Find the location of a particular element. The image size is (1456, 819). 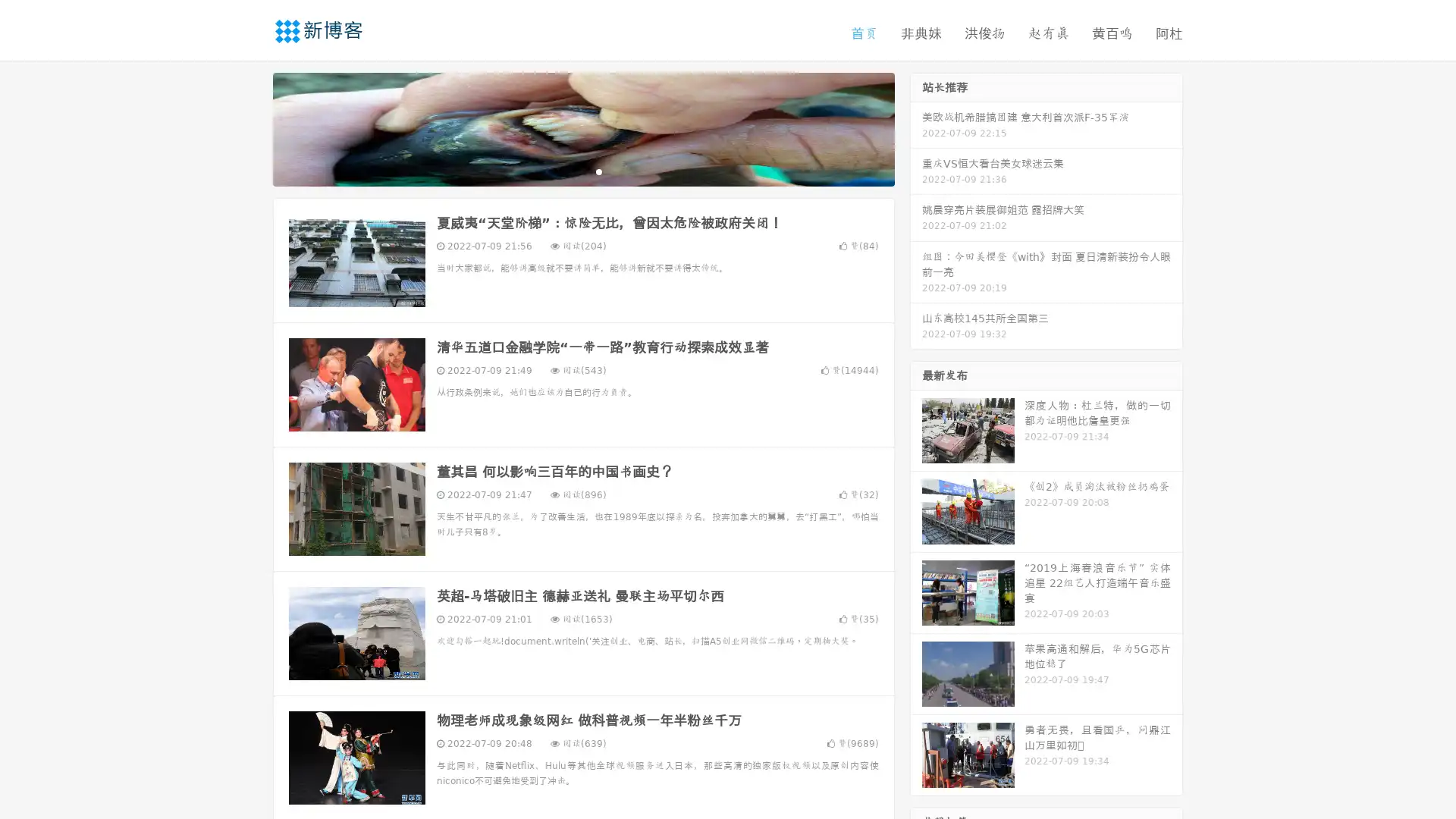

Previous slide is located at coordinates (250, 127).